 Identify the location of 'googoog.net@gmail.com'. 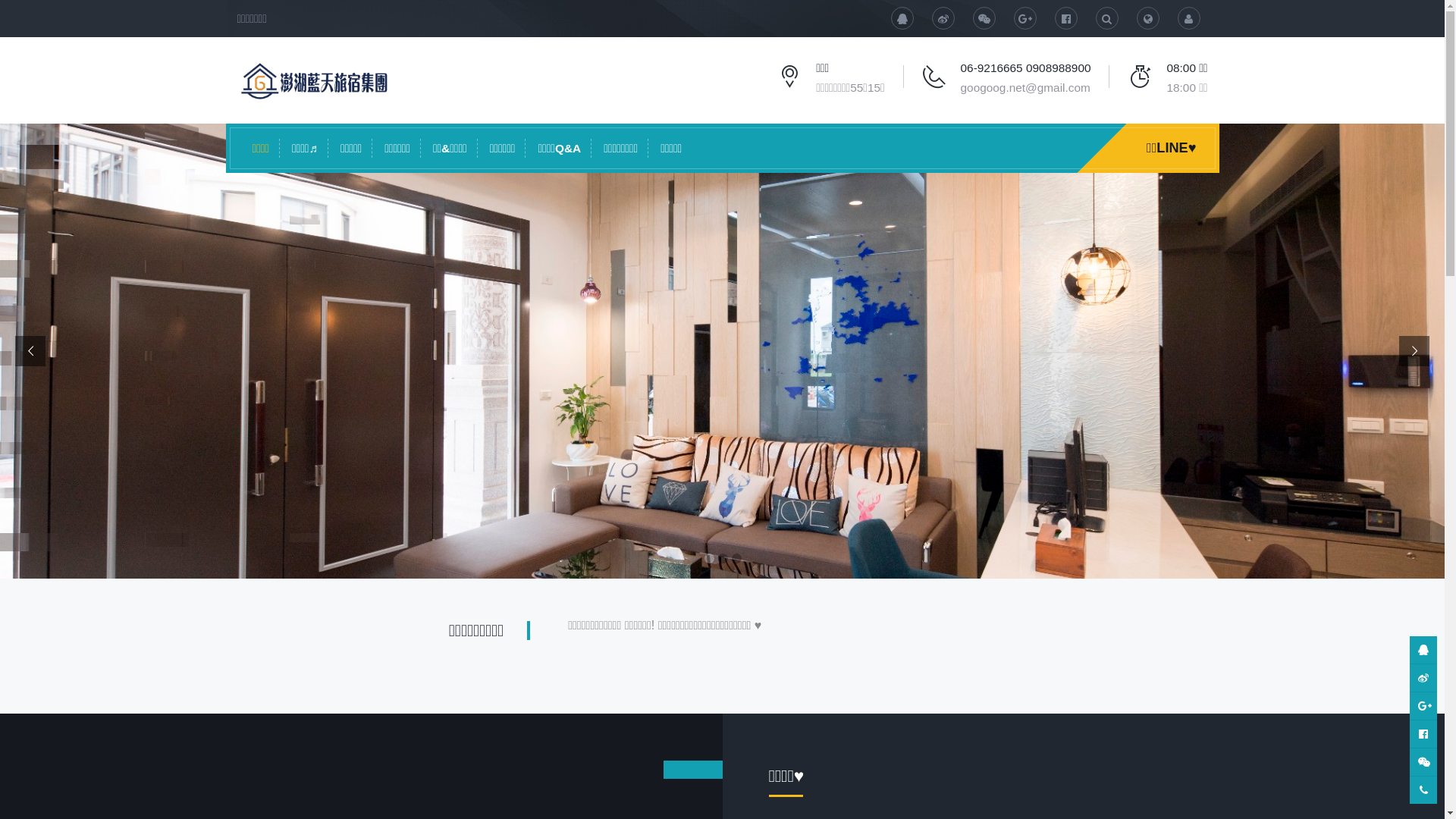
(1025, 87).